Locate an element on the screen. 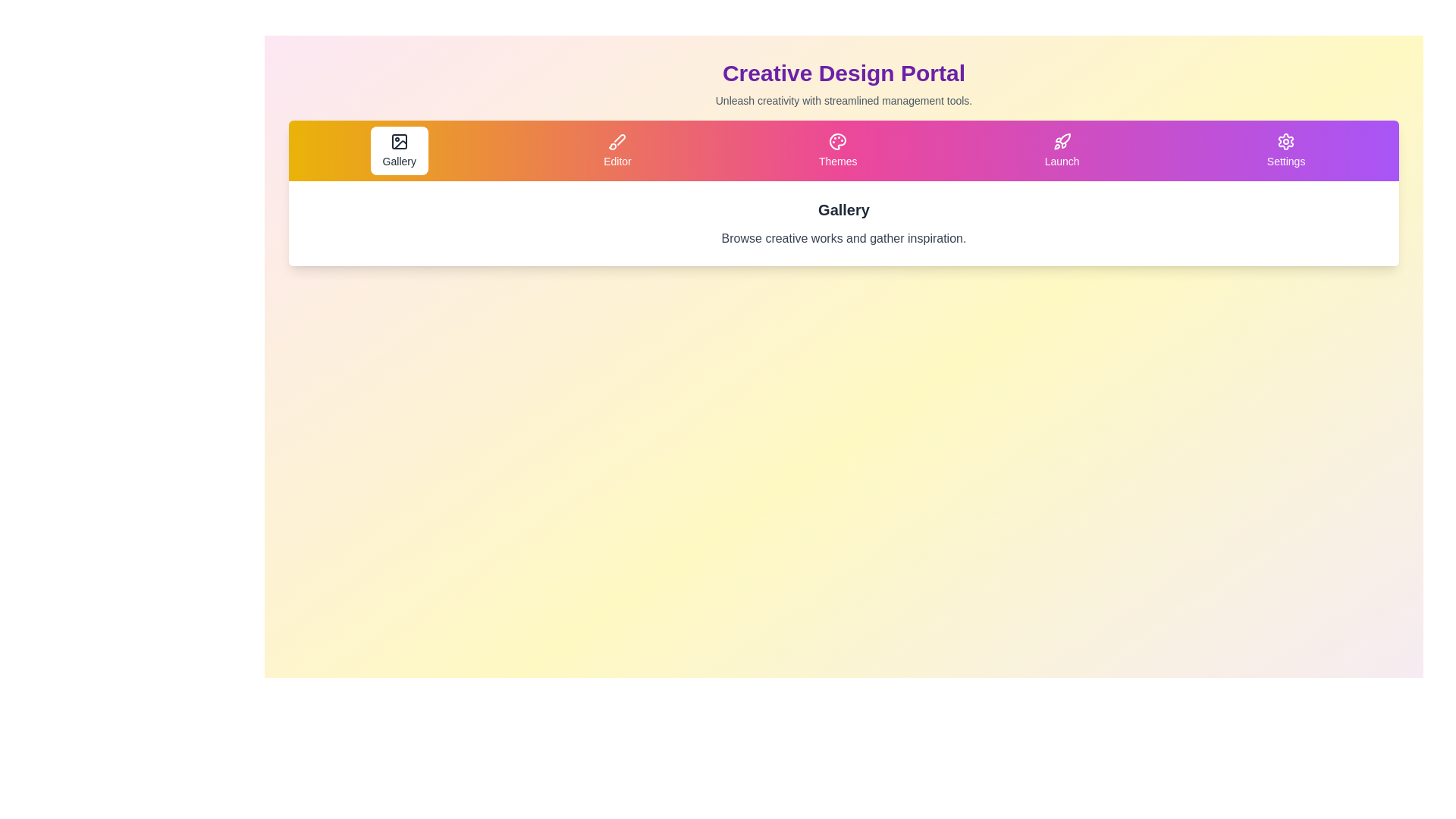 Image resolution: width=1456 pixels, height=819 pixels. the rocket-shaped icon located in the pink-to-purple gradient section labeled 'Launch', which is the third section from the left in the navigation bar is located at coordinates (1061, 141).